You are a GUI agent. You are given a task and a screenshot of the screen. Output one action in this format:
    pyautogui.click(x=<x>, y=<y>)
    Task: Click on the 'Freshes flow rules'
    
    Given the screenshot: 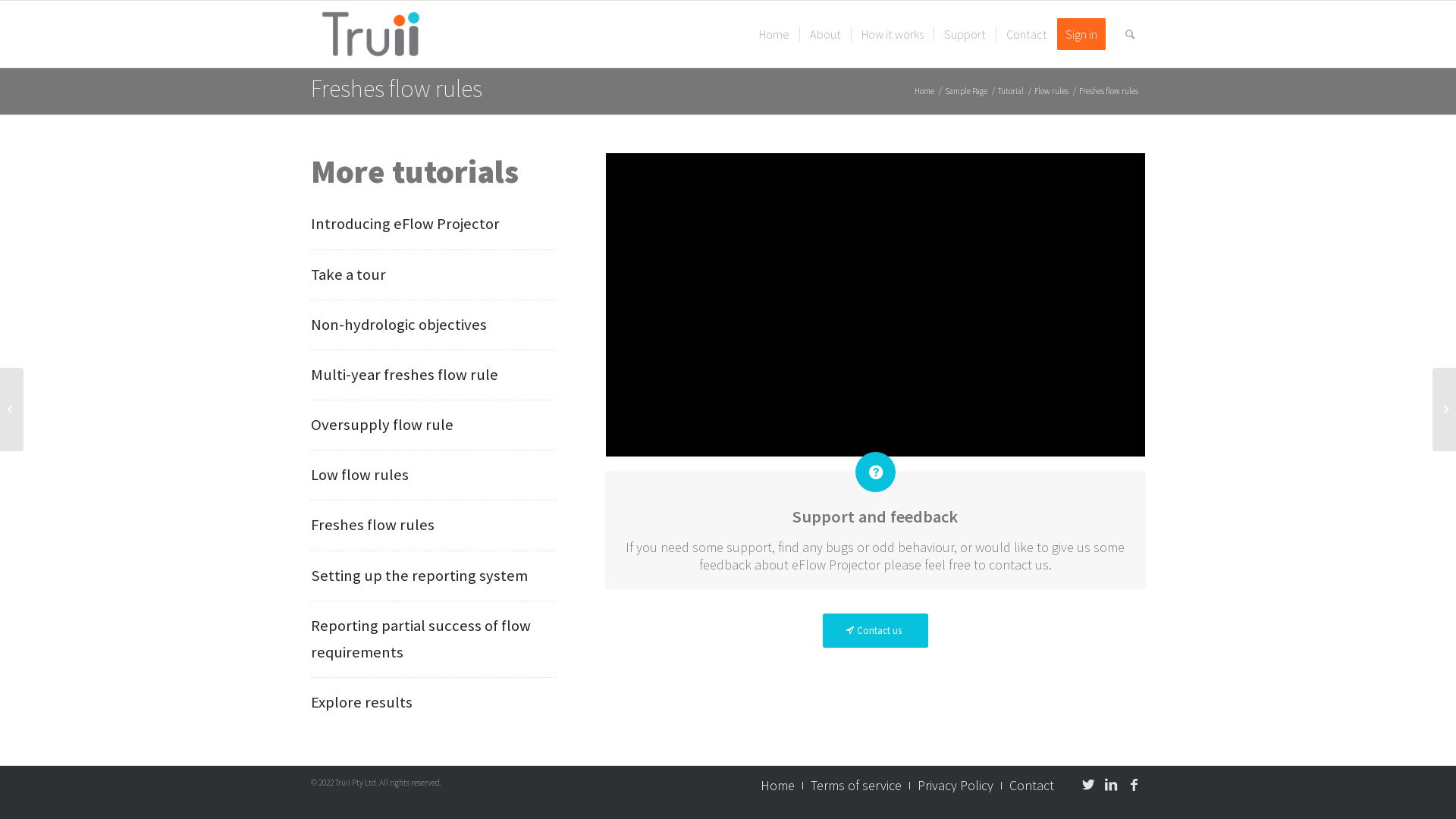 What is the action you would take?
    pyautogui.click(x=372, y=523)
    